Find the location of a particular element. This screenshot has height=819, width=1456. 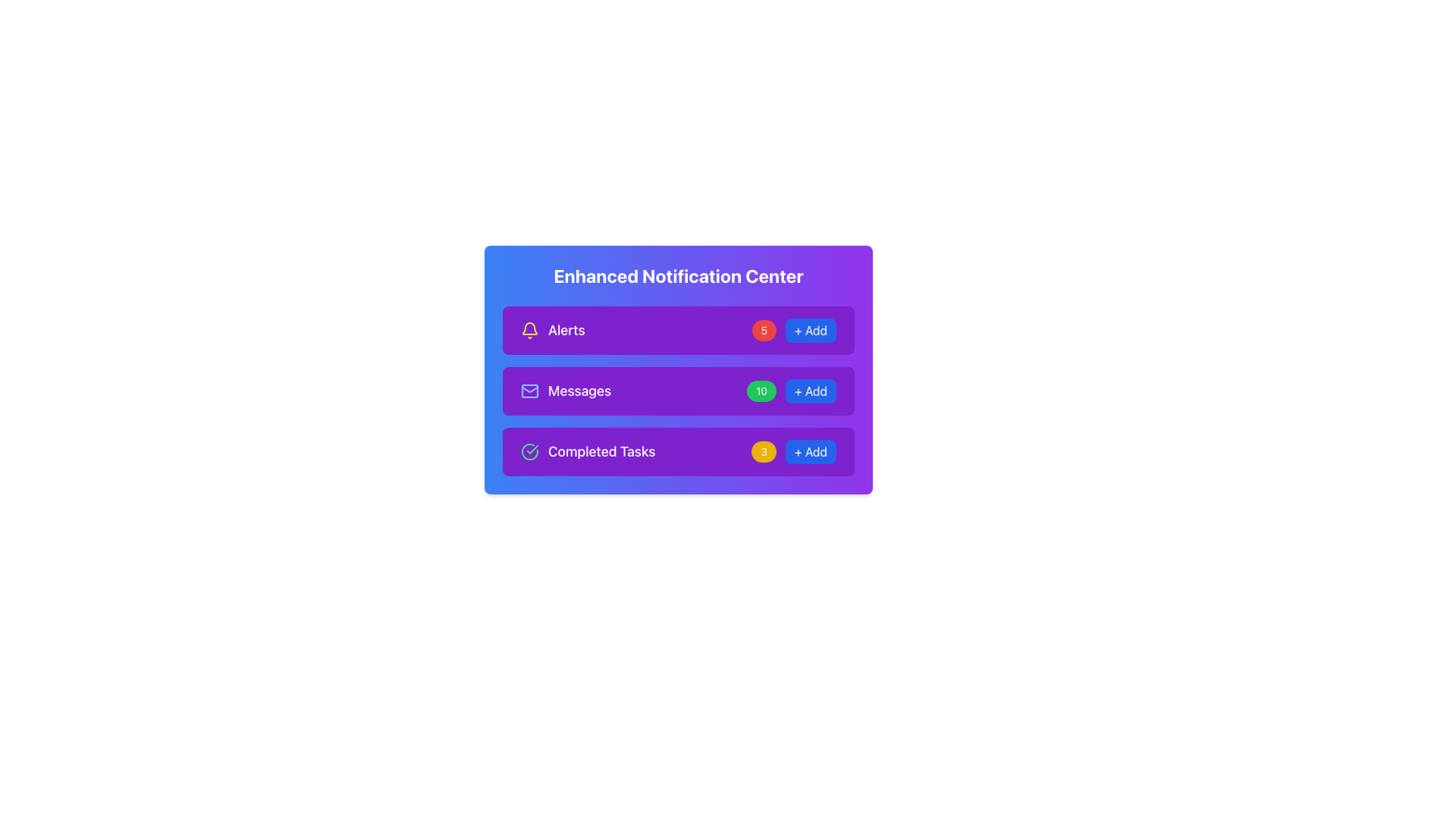

the 'Messages' section indicator, which features a light blue envelope icon and white text against a purple background, located under 'Enhanced Notification Center' is located at coordinates (565, 391).